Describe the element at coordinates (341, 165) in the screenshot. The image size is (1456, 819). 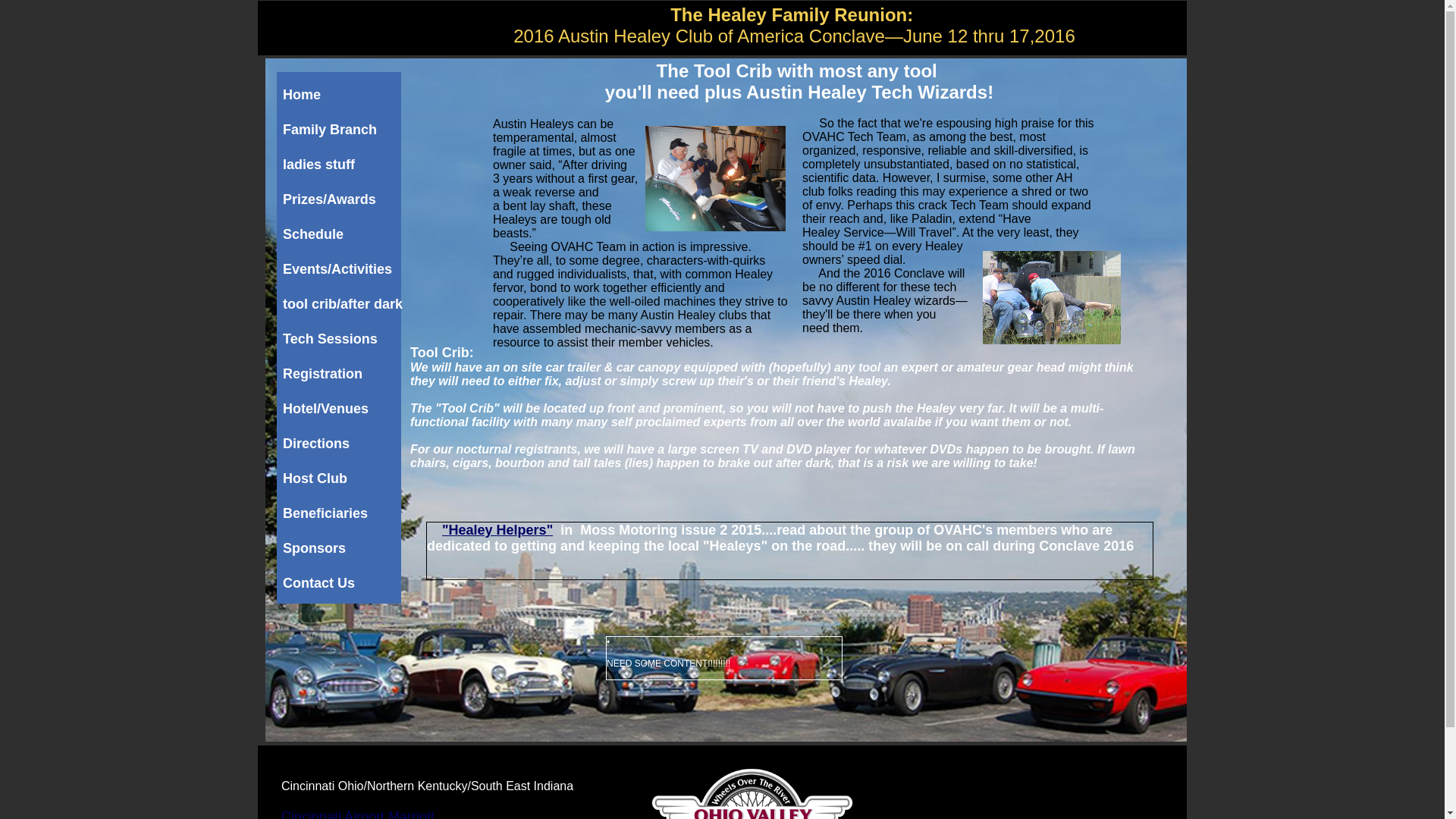
I see `'ladies stuff'` at that location.